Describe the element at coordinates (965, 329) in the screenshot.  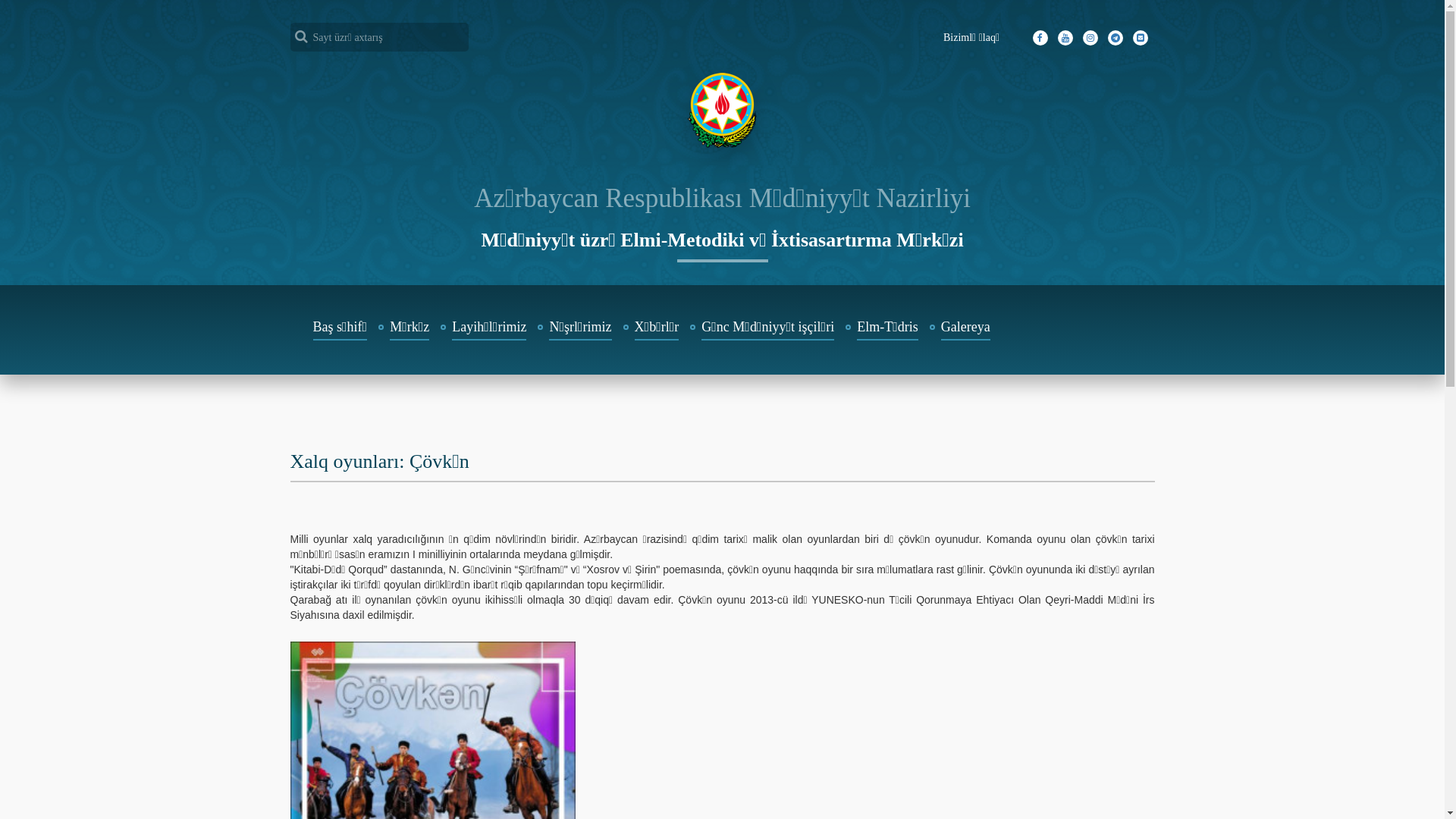
I see `'Galereya'` at that location.